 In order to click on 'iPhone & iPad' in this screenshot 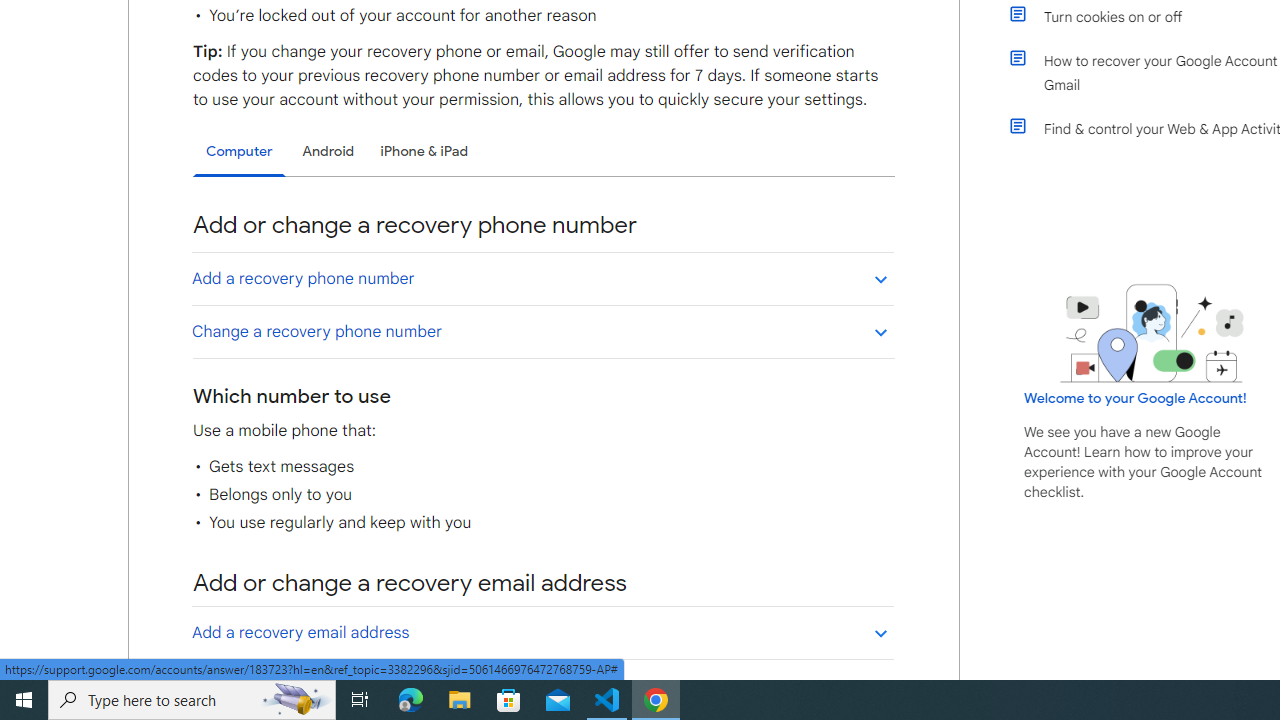, I will do `click(423, 150)`.